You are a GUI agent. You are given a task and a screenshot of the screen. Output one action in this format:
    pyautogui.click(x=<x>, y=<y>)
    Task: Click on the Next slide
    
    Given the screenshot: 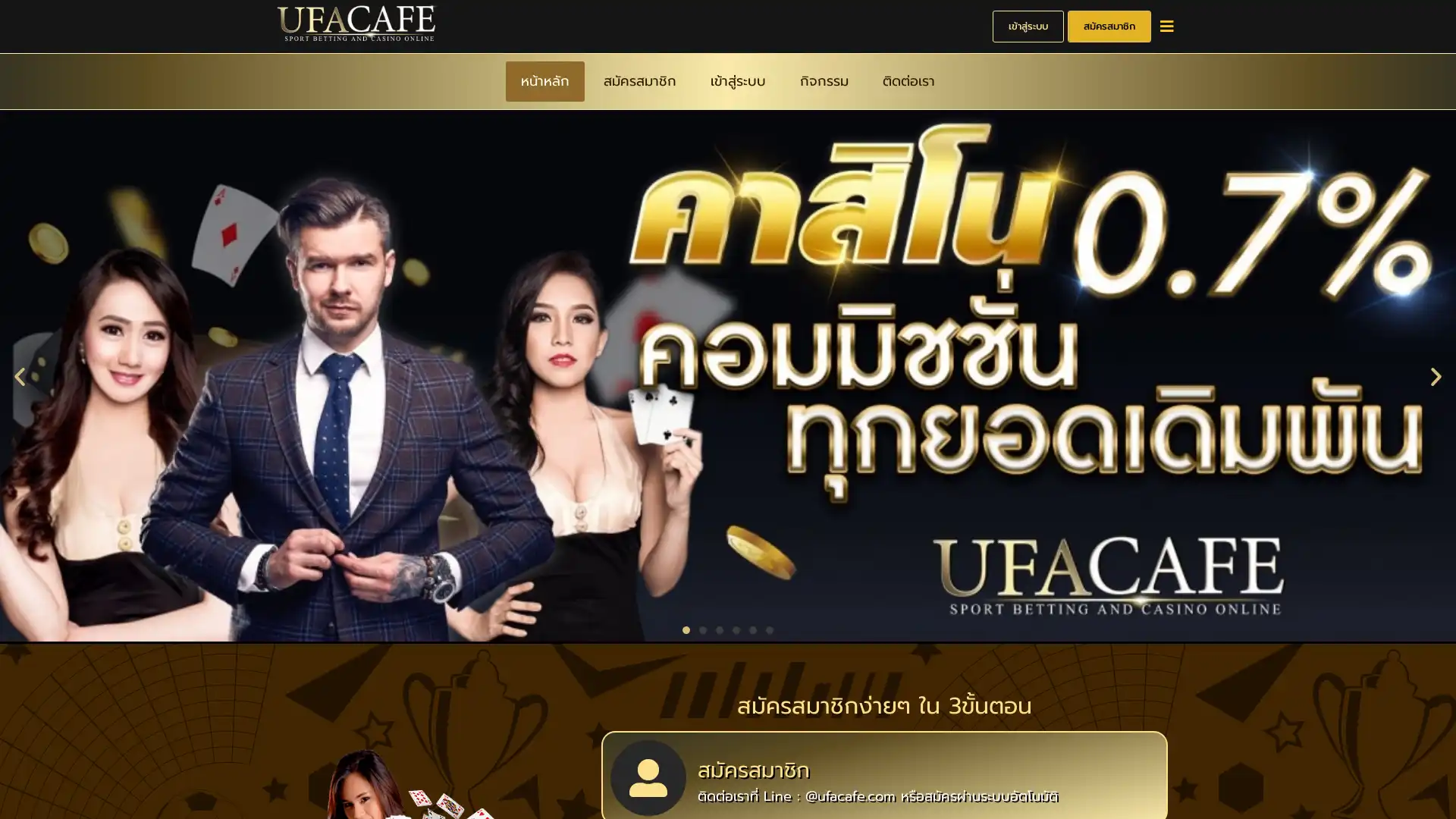 What is the action you would take?
    pyautogui.click(x=1436, y=374)
    